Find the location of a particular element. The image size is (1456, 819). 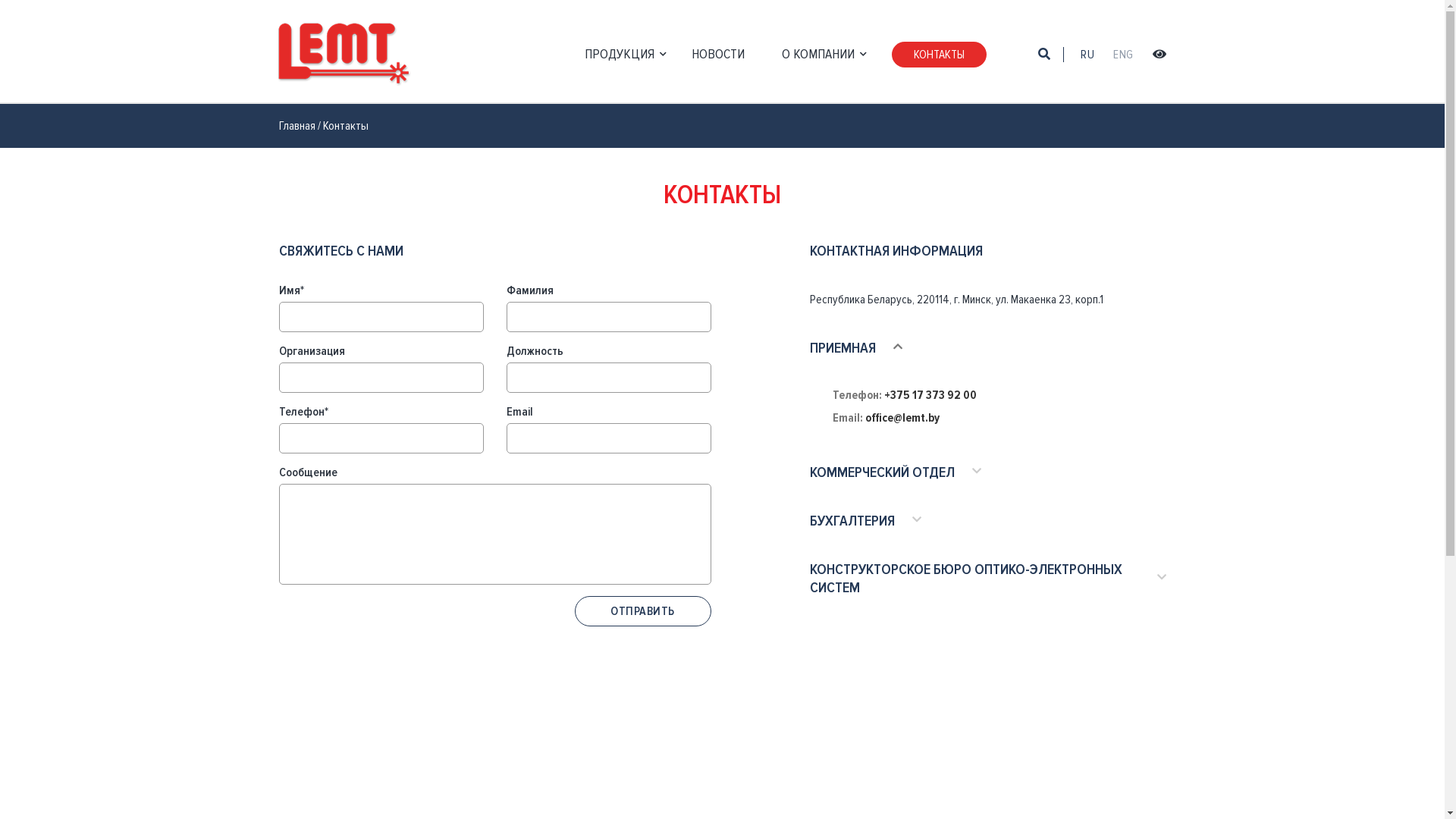

'+375 17 373 92 00' is located at coordinates (930, 394).